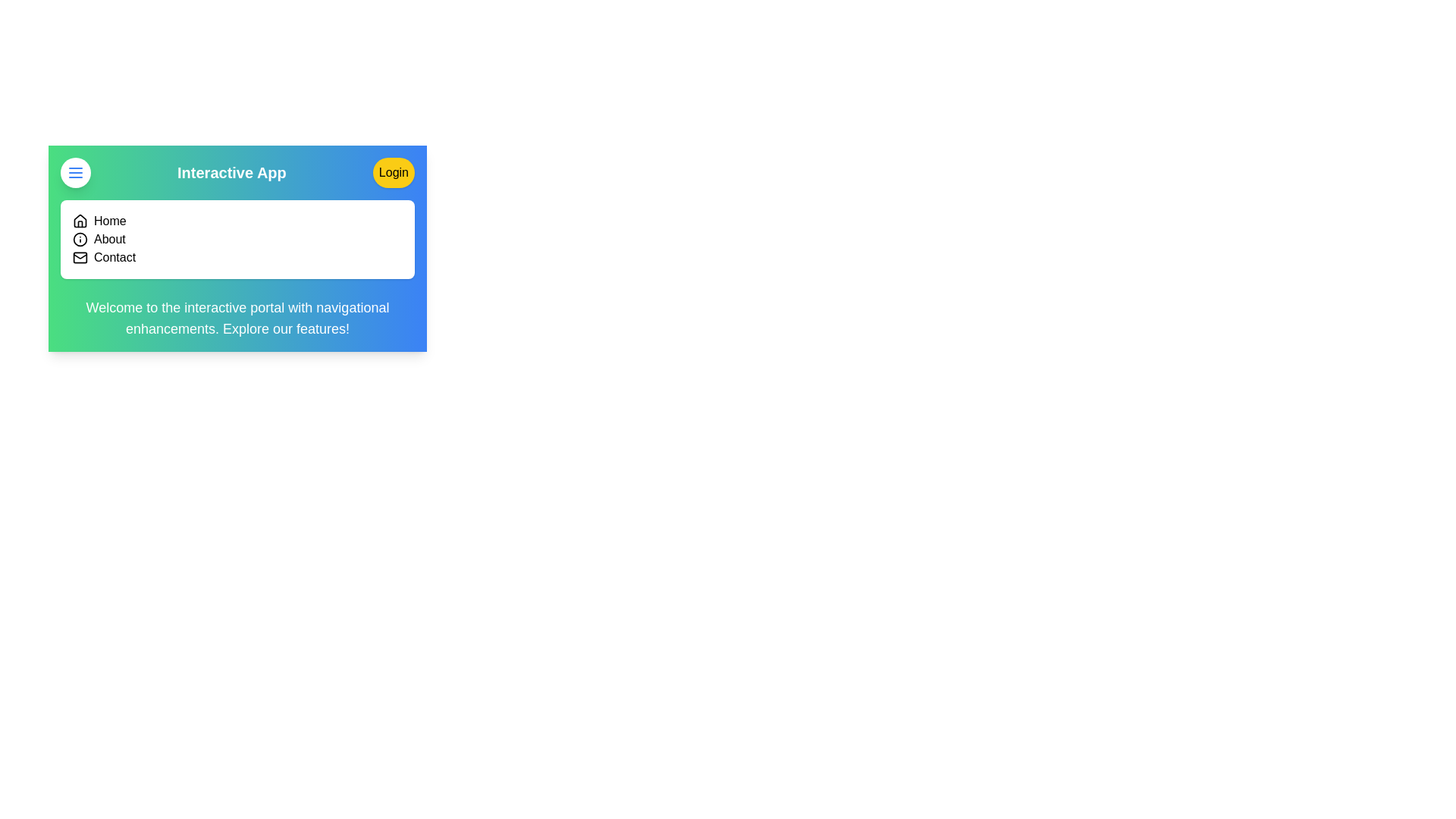 Image resolution: width=1456 pixels, height=819 pixels. I want to click on the navigation link labeled Home, so click(109, 221).